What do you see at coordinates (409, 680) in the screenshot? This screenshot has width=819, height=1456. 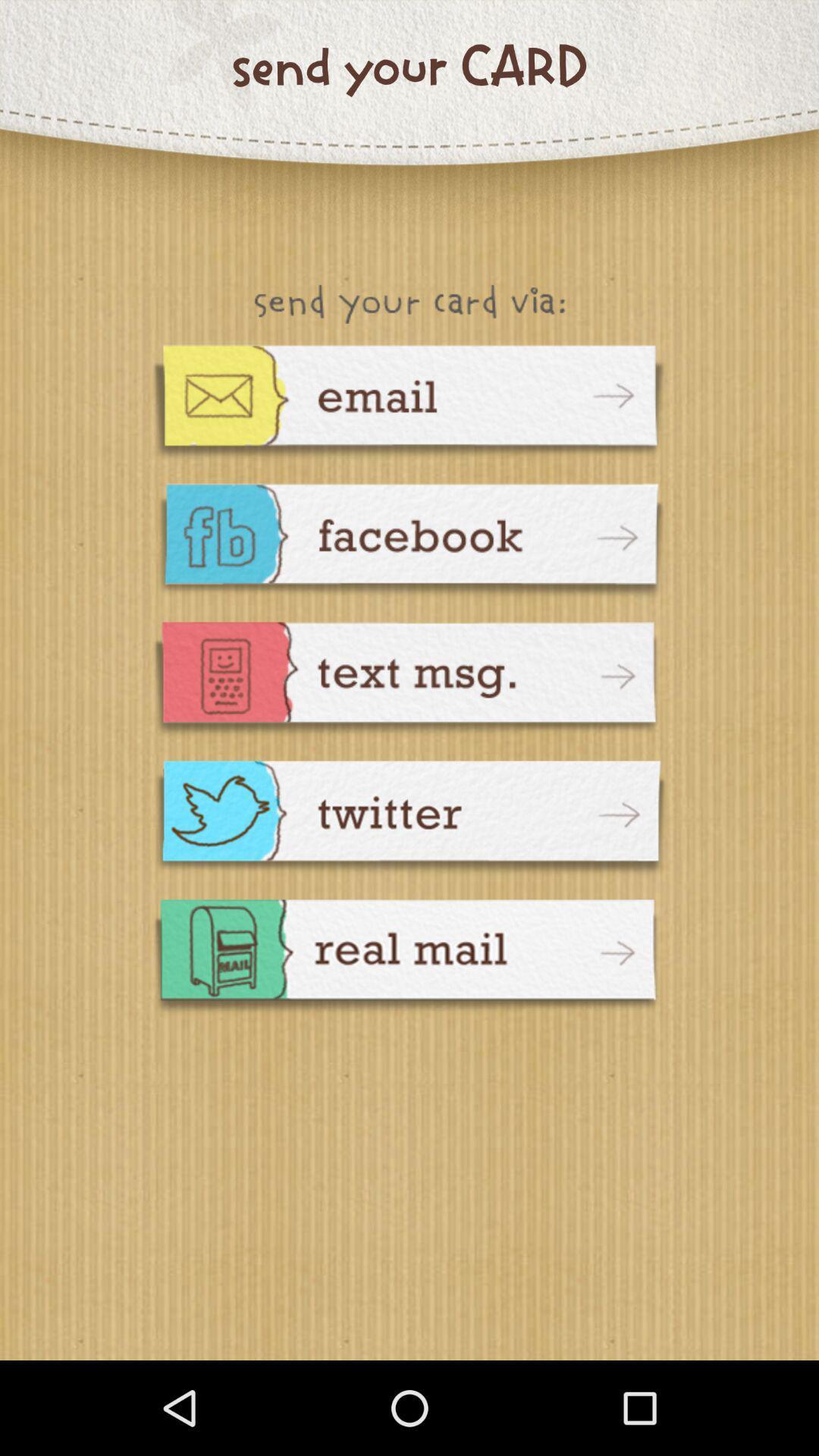 I see `send through text message` at bounding box center [409, 680].